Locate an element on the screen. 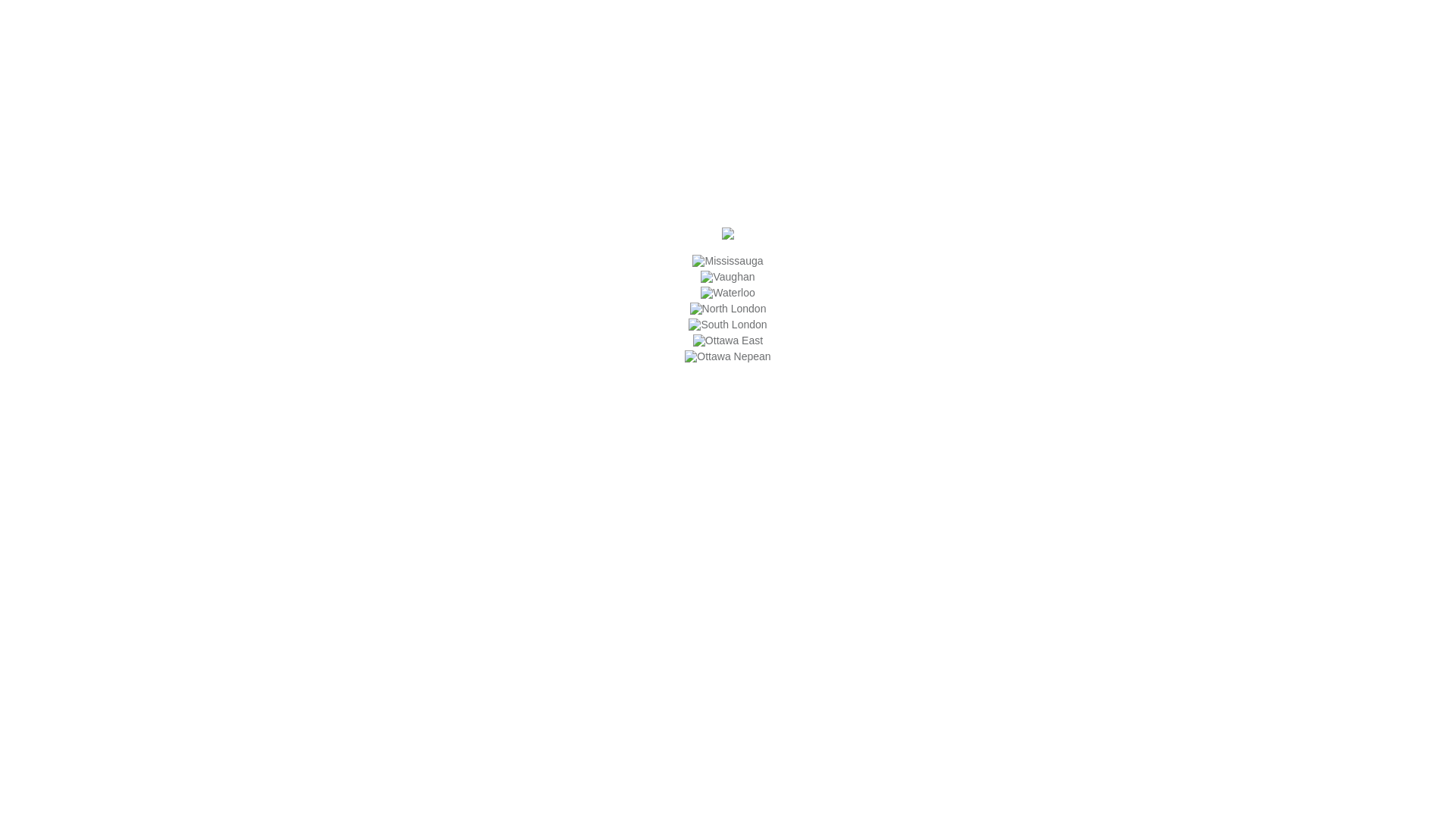 The height and width of the screenshot is (819, 1456). 'South London' is located at coordinates (726, 324).